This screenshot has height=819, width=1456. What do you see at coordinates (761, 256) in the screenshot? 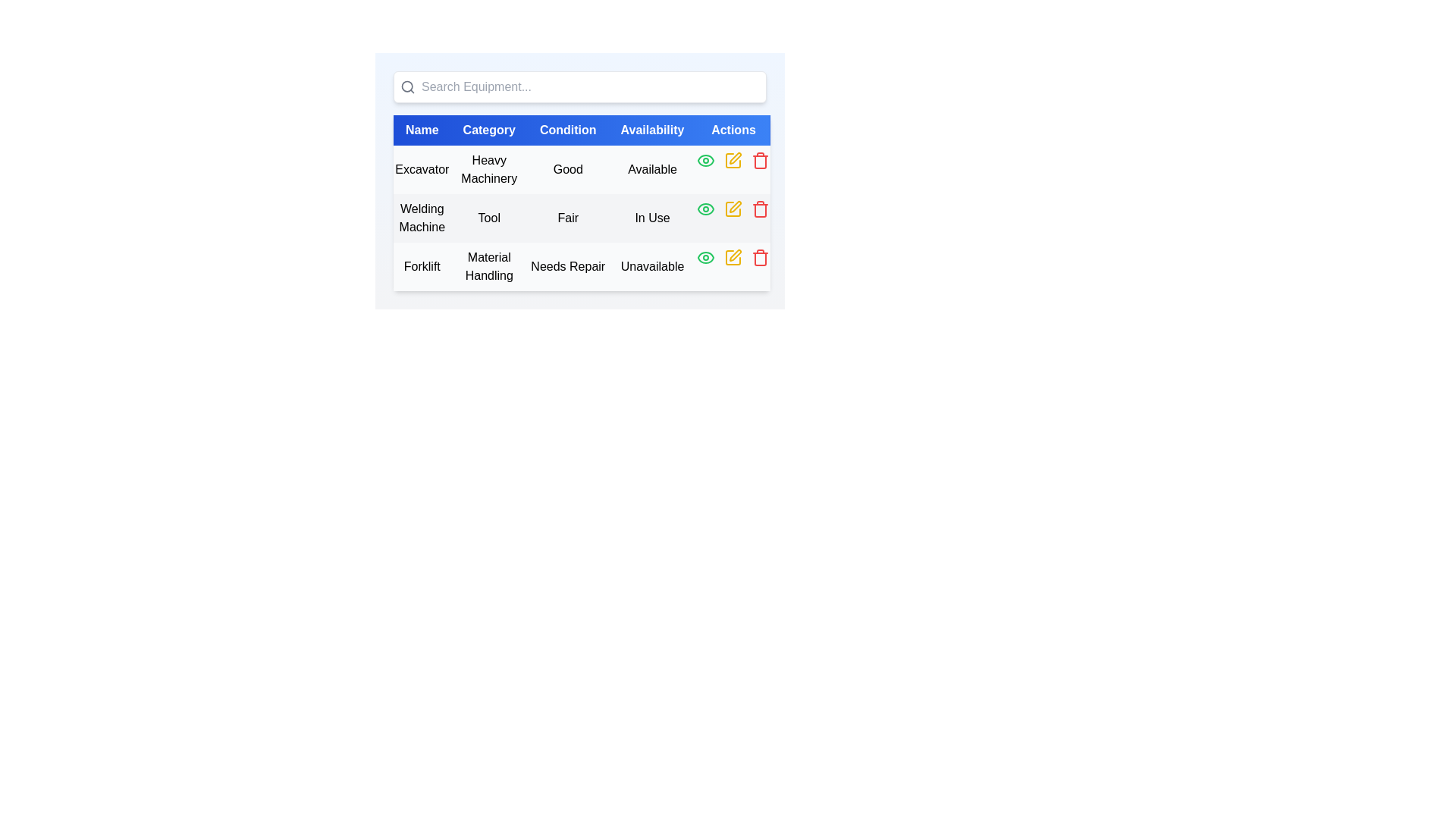
I see `the delete icon button located in the 'Actions' column for the 'Forklift' entry` at bounding box center [761, 256].